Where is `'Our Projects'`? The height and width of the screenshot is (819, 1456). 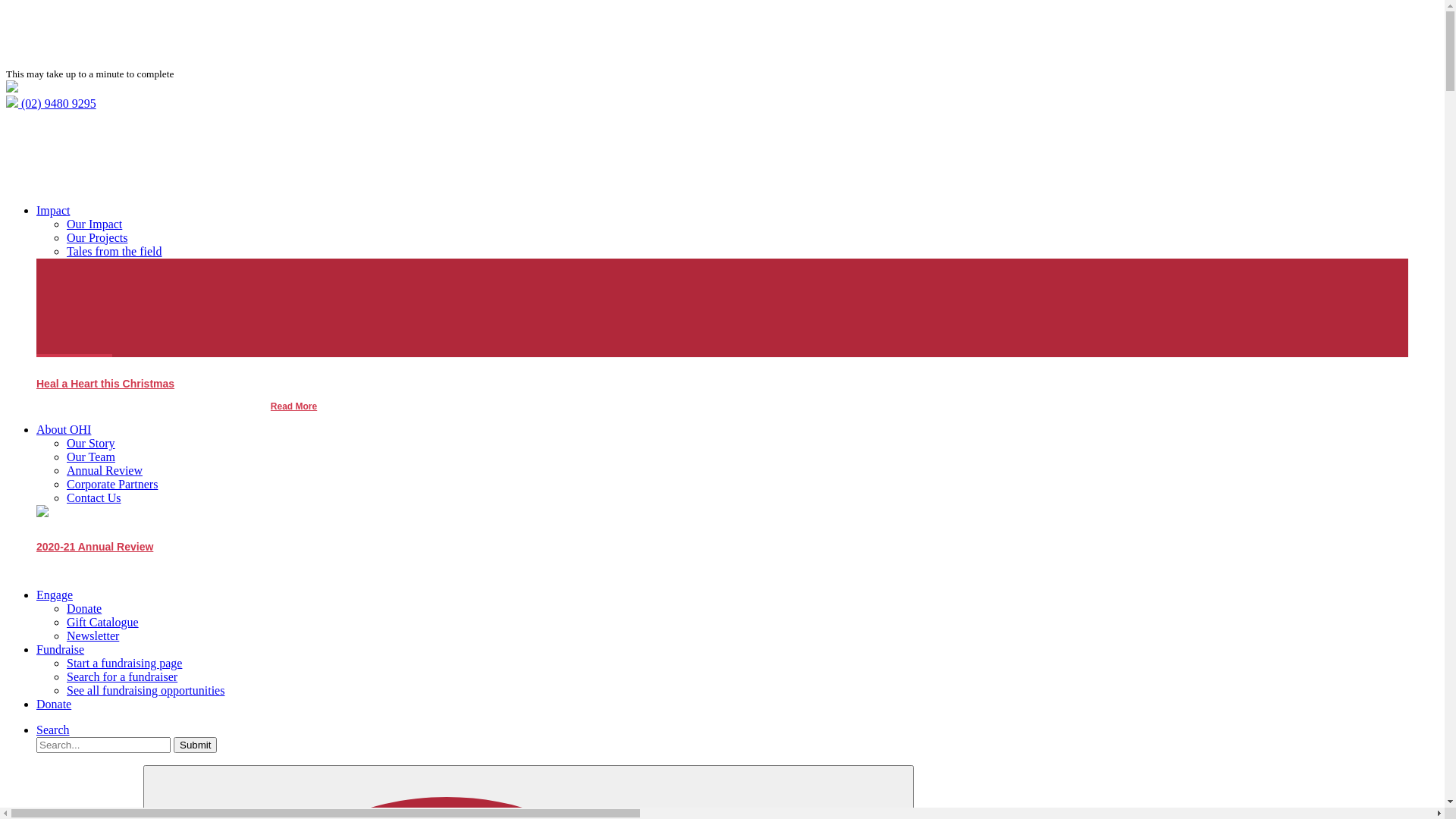
'Our Projects' is located at coordinates (65, 237).